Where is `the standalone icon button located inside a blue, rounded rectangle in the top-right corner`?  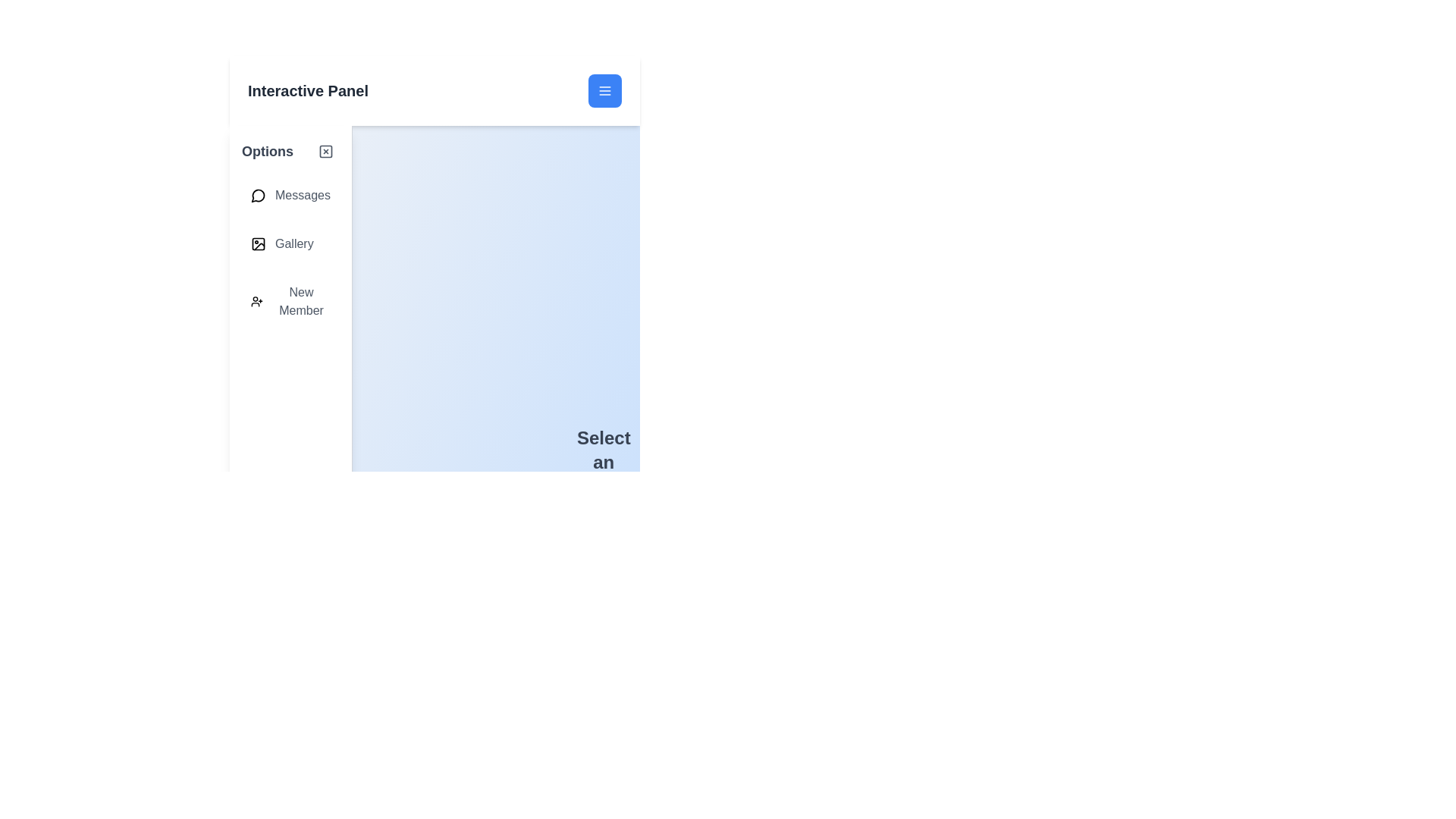
the standalone icon button located inside a blue, rounded rectangle in the top-right corner is located at coordinates (604, 90).